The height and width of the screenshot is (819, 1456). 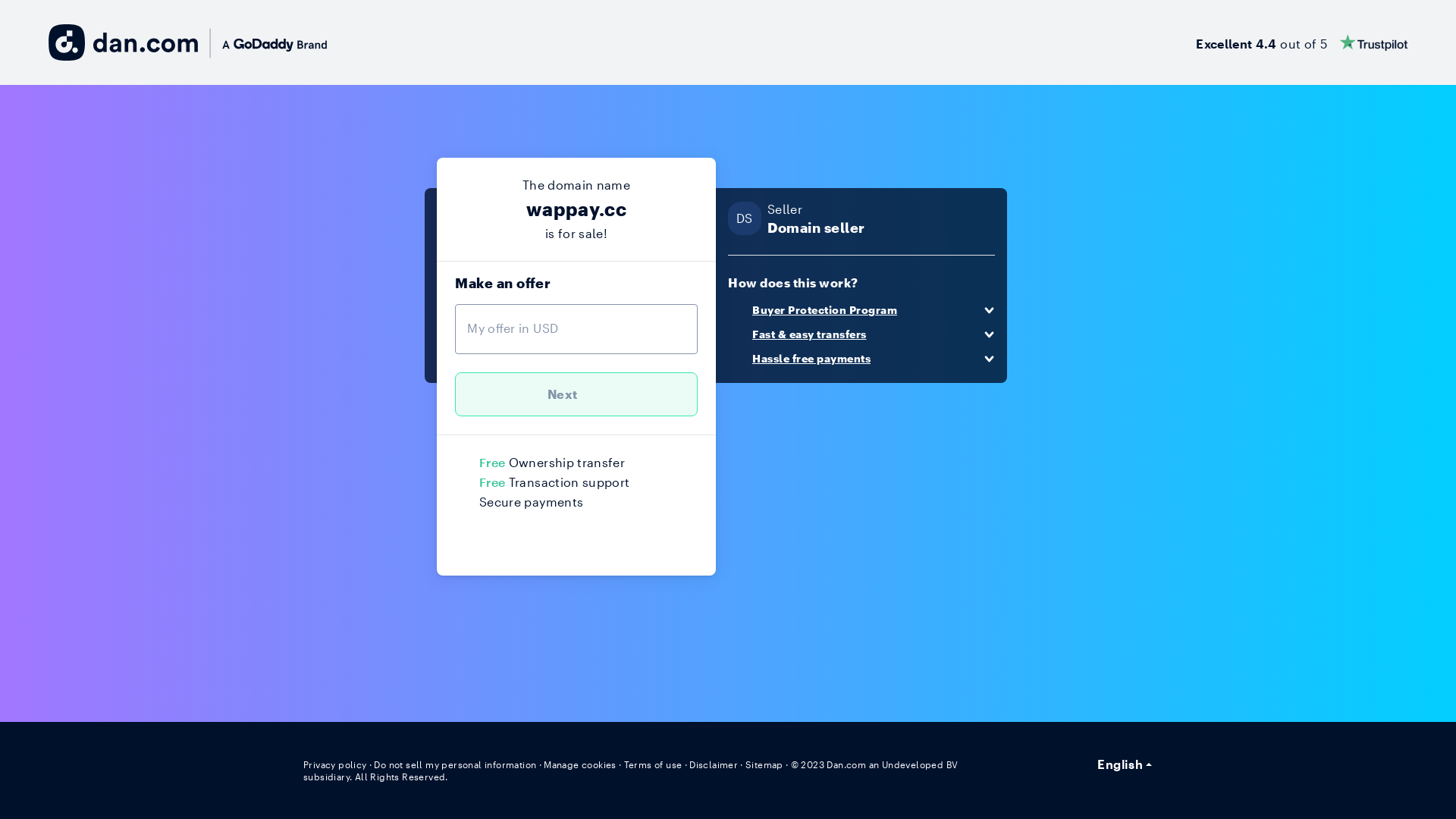 What do you see at coordinates (637, 764) in the screenshot?
I see `'Terms of use'` at bounding box center [637, 764].